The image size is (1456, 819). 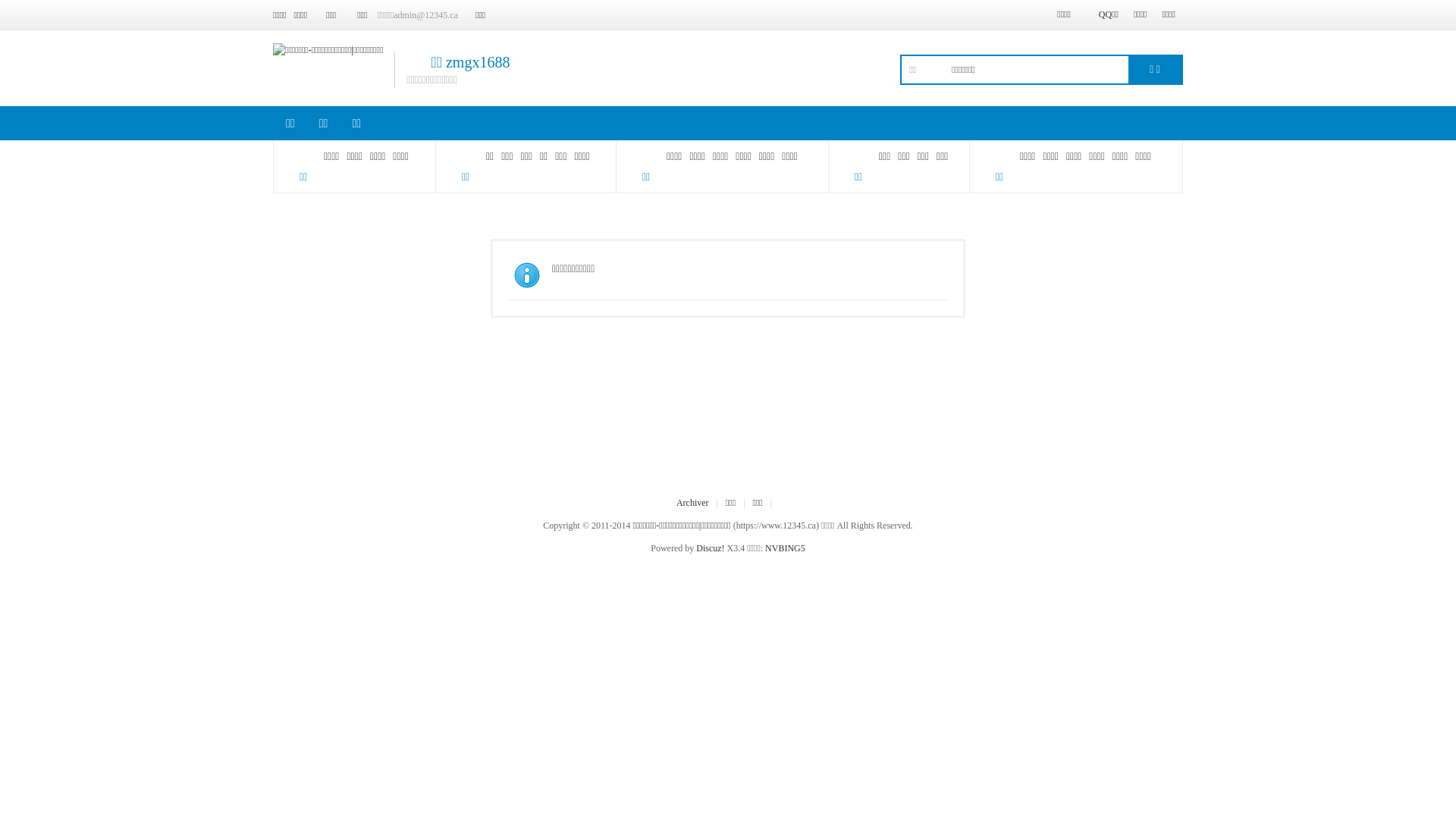 What do you see at coordinates (709, 548) in the screenshot?
I see `'Discuz!'` at bounding box center [709, 548].